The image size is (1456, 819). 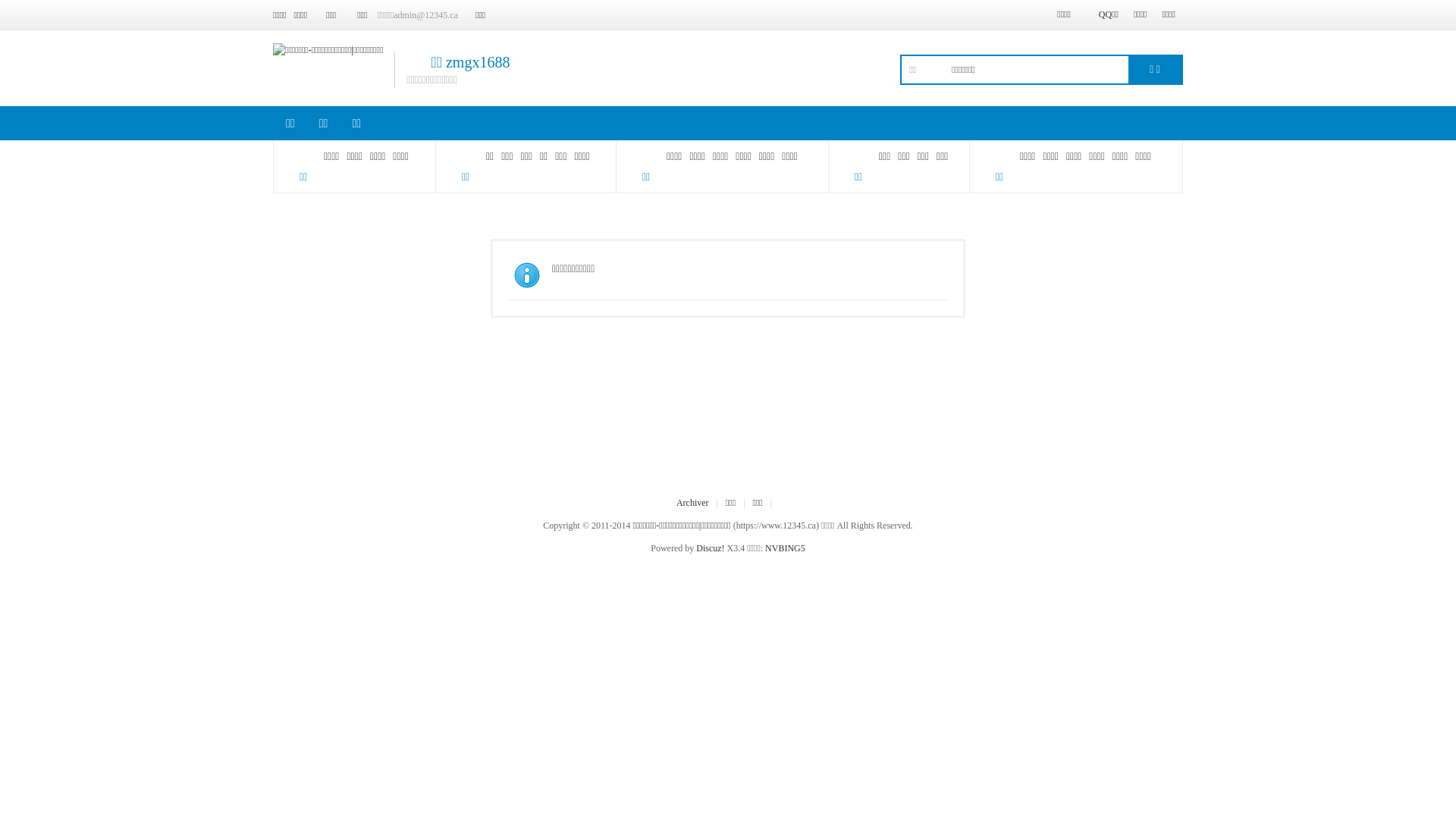 What do you see at coordinates (709, 548) in the screenshot?
I see `'Discuz!'` at bounding box center [709, 548].